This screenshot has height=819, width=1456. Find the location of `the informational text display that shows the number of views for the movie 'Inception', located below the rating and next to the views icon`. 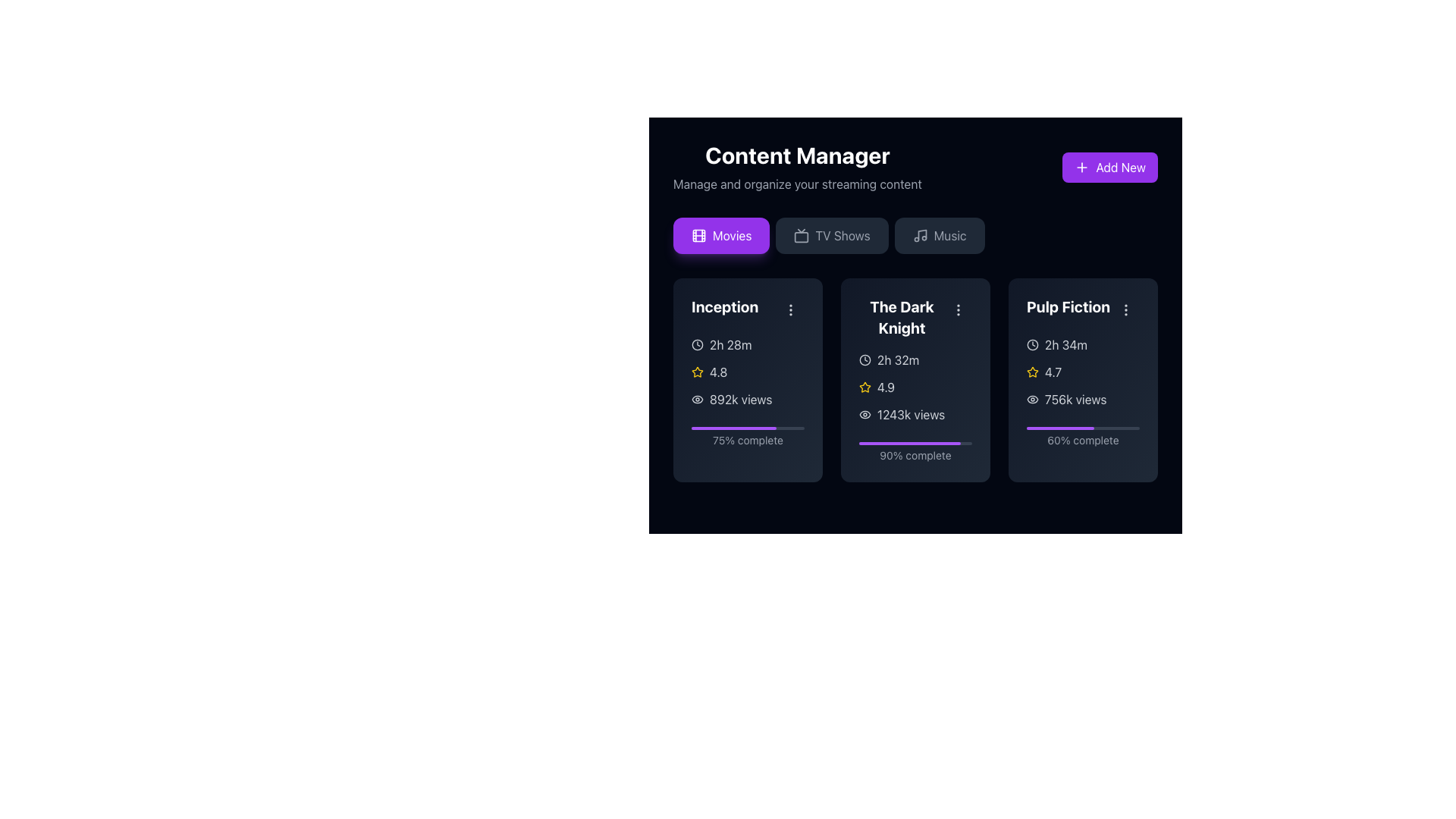

the informational text display that shows the number of views for the movie 'Inception', located below the rating and next to the views icon is located at coordinates (741, 399).